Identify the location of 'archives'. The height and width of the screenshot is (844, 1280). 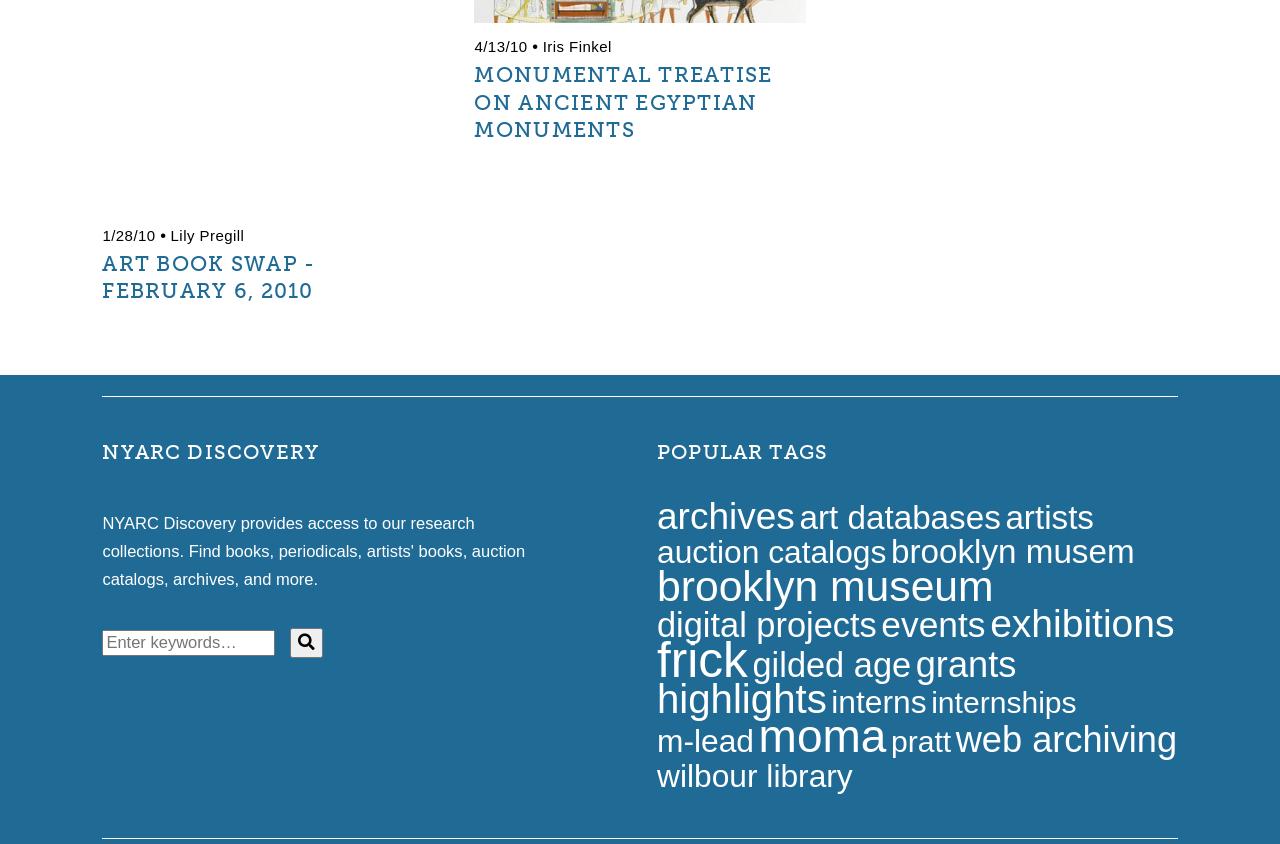
(723, 514).